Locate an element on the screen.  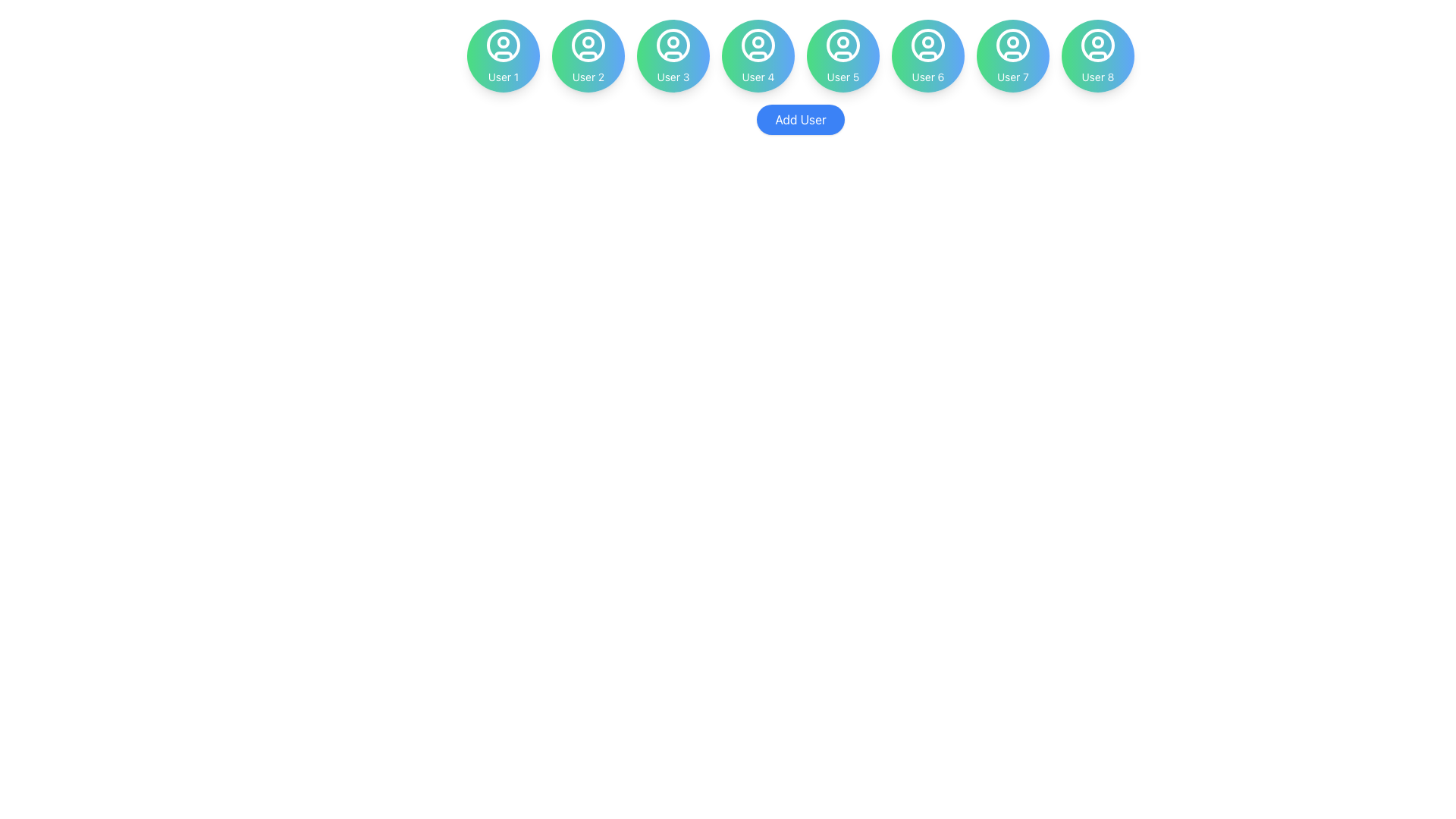
the button corresponding to 'User 7', which is the seventh button in a horizontal lineup located near the top right of the interface is located at coordinates (1012, 55).